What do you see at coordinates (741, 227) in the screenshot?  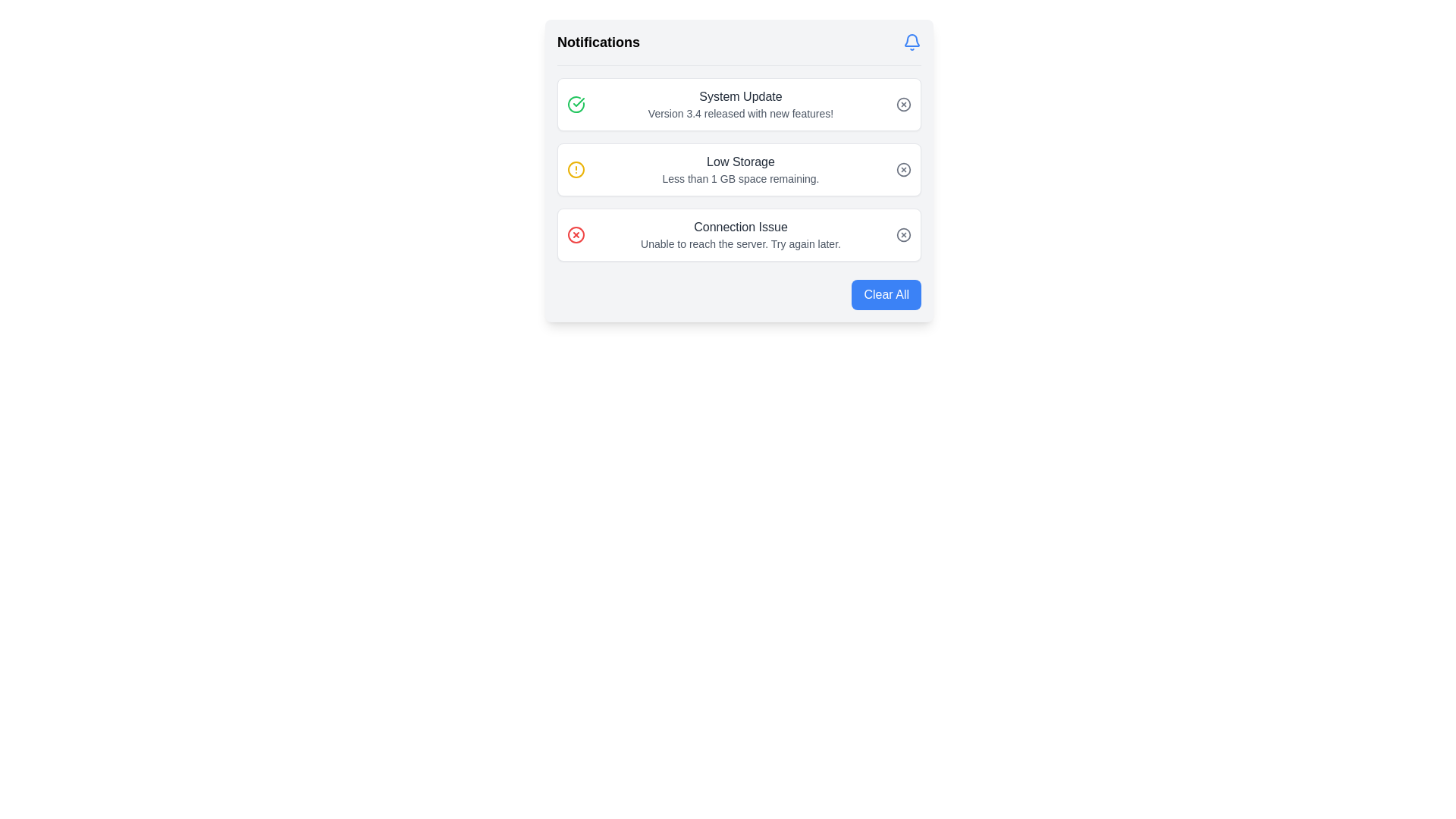 I see `text label that displays the title or summary of the notification regarding a connection issue, located in the third notification card from the top in the notification panel` at bounding box center [741, 227].